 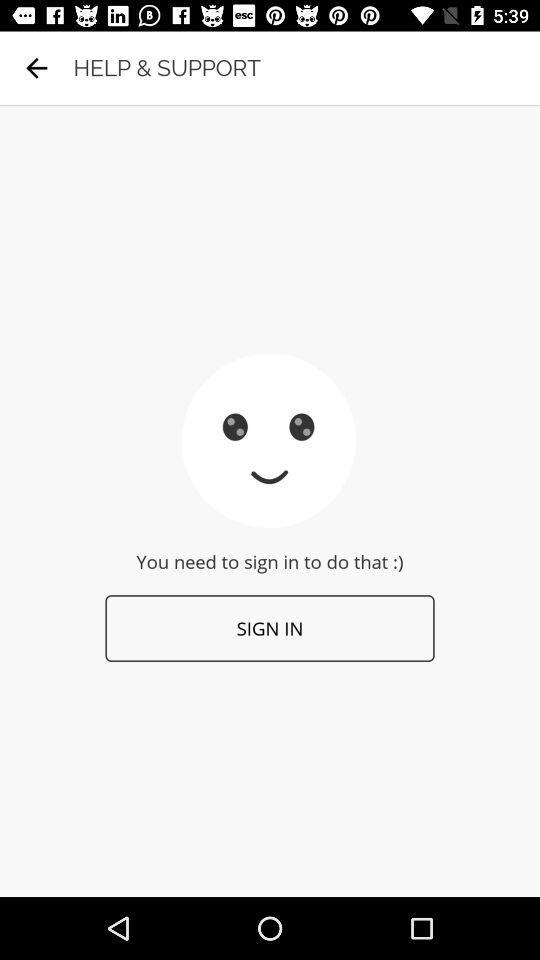 I want to click on icon above the you need to, so click(x=36, y=68).